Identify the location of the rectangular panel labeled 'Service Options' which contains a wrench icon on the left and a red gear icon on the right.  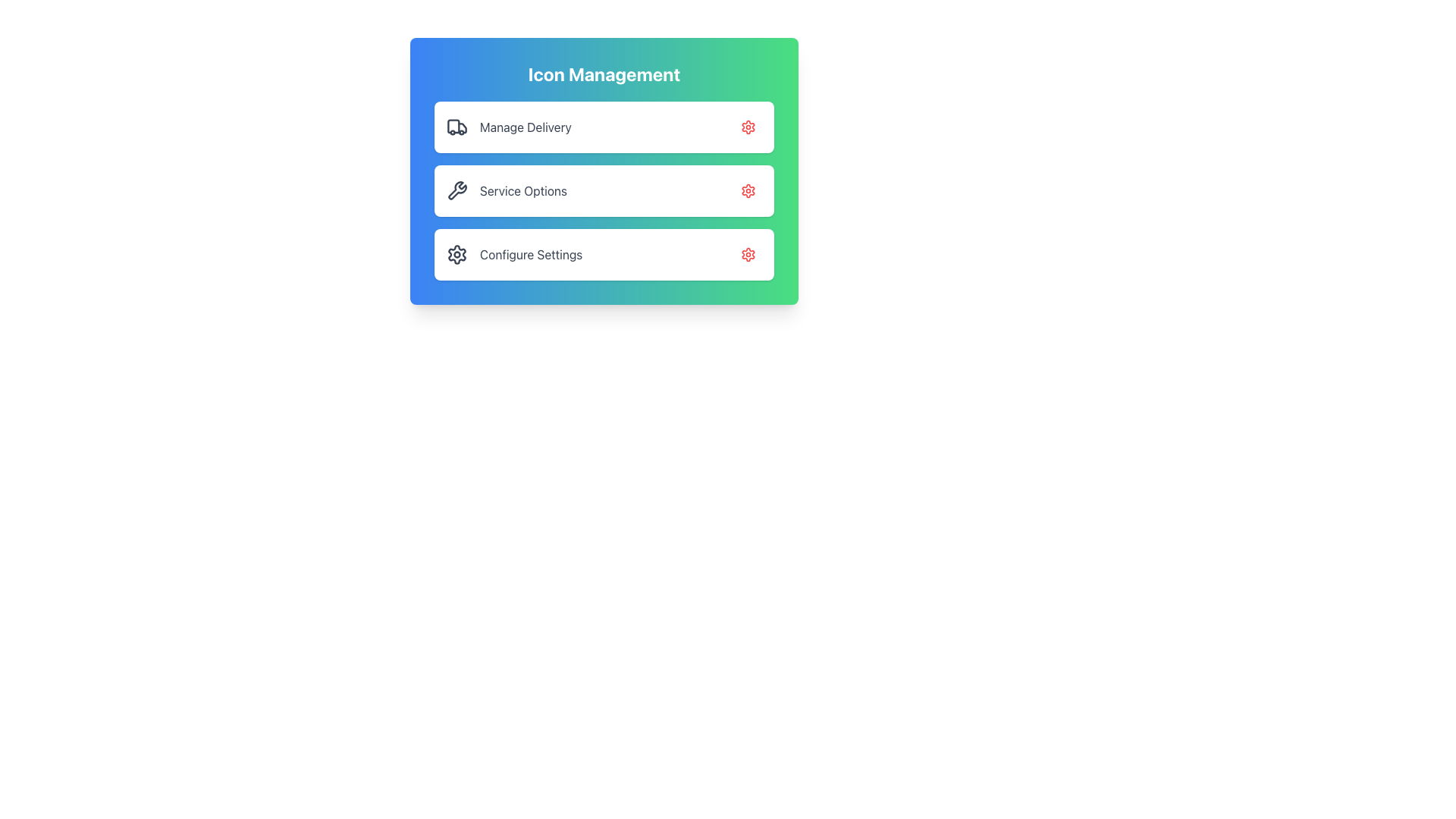
(603, 190).